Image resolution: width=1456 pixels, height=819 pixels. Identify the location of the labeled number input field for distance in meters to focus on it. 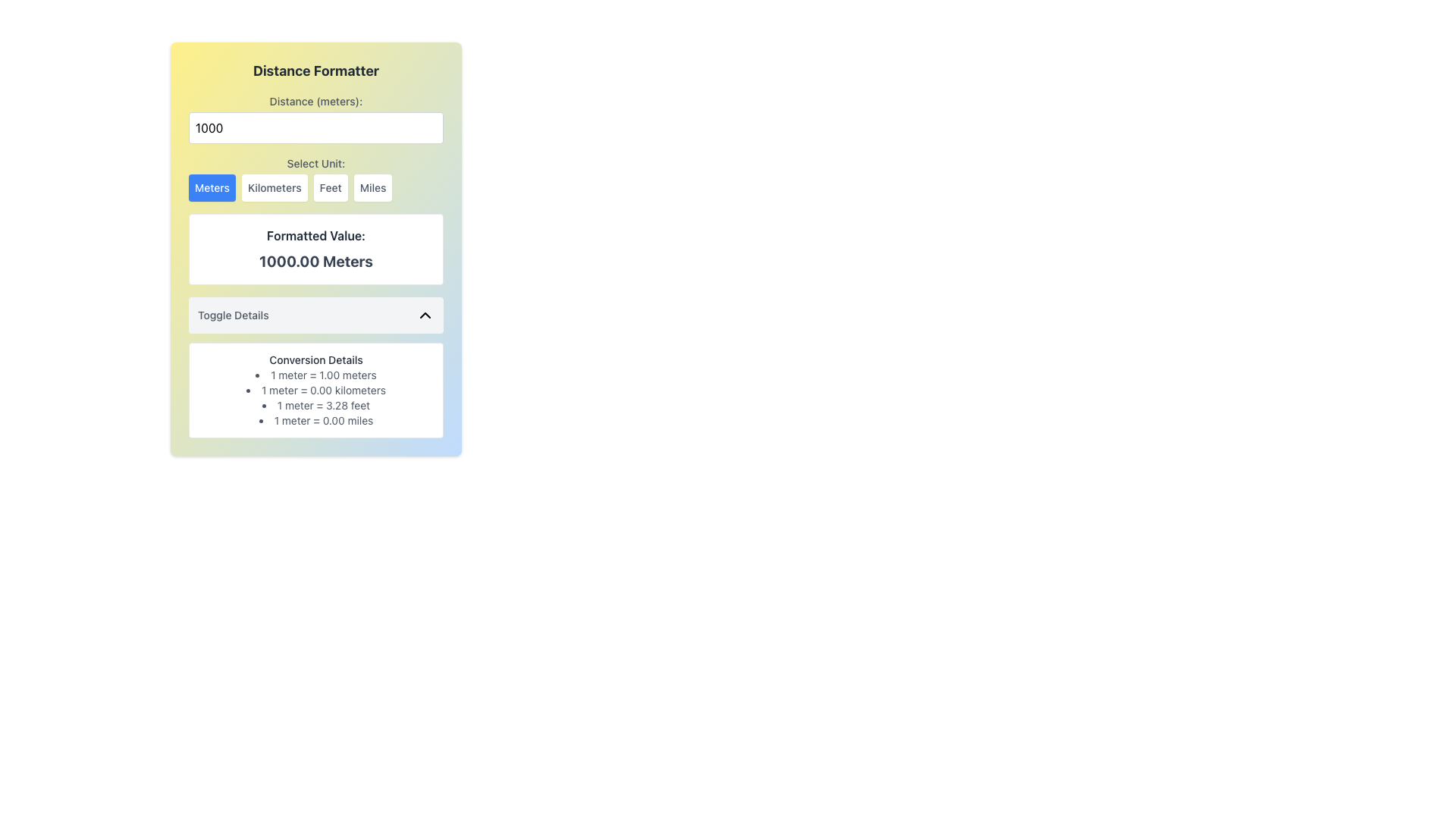
(315, 118).